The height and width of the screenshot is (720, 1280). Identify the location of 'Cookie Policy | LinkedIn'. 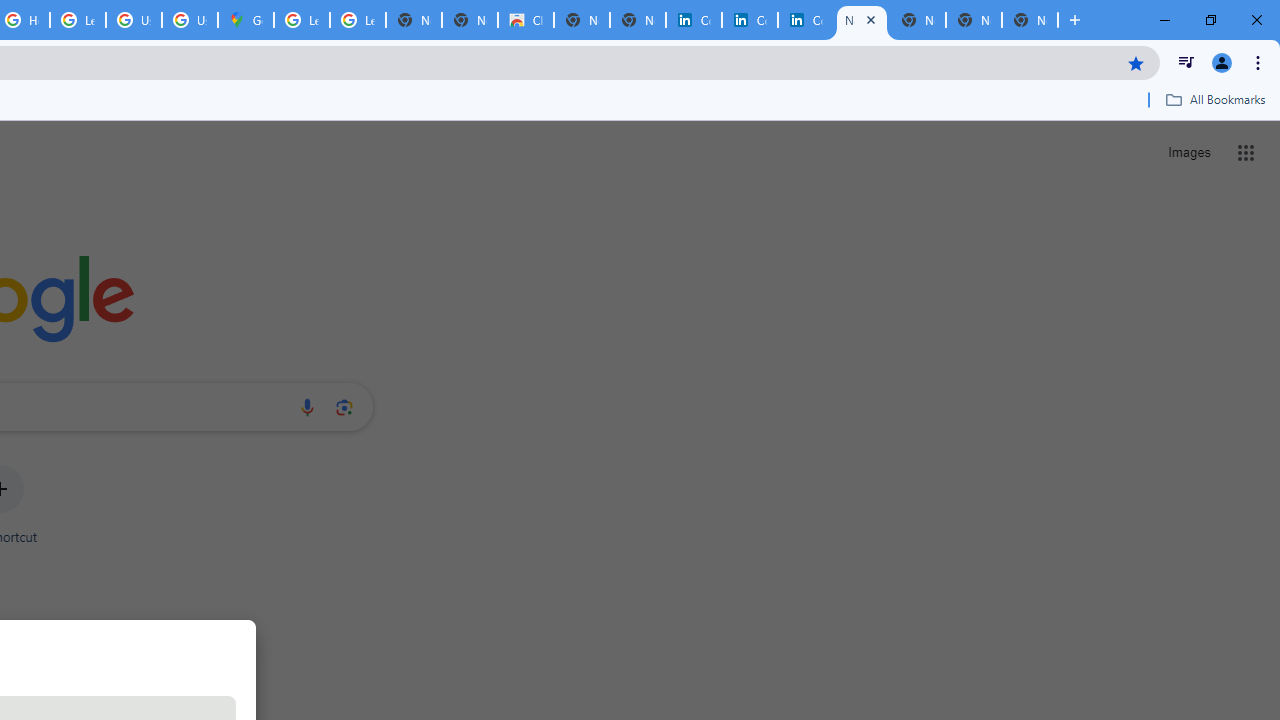
(749, 20).